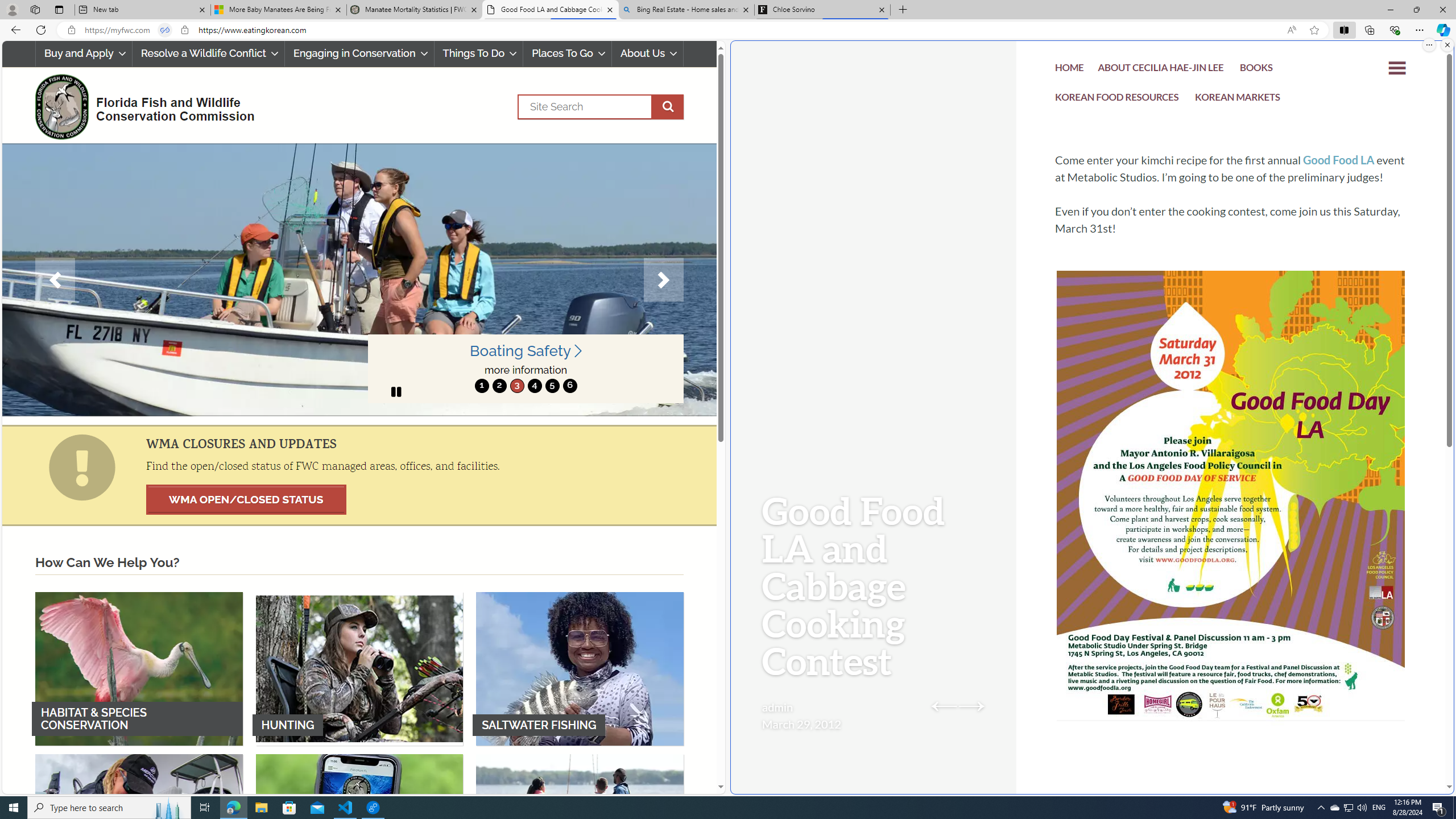 This screenshot has height=819, width=1456. Describe the element at coordinates (516, 385) in the screenshot. I see `'3'` at that location.